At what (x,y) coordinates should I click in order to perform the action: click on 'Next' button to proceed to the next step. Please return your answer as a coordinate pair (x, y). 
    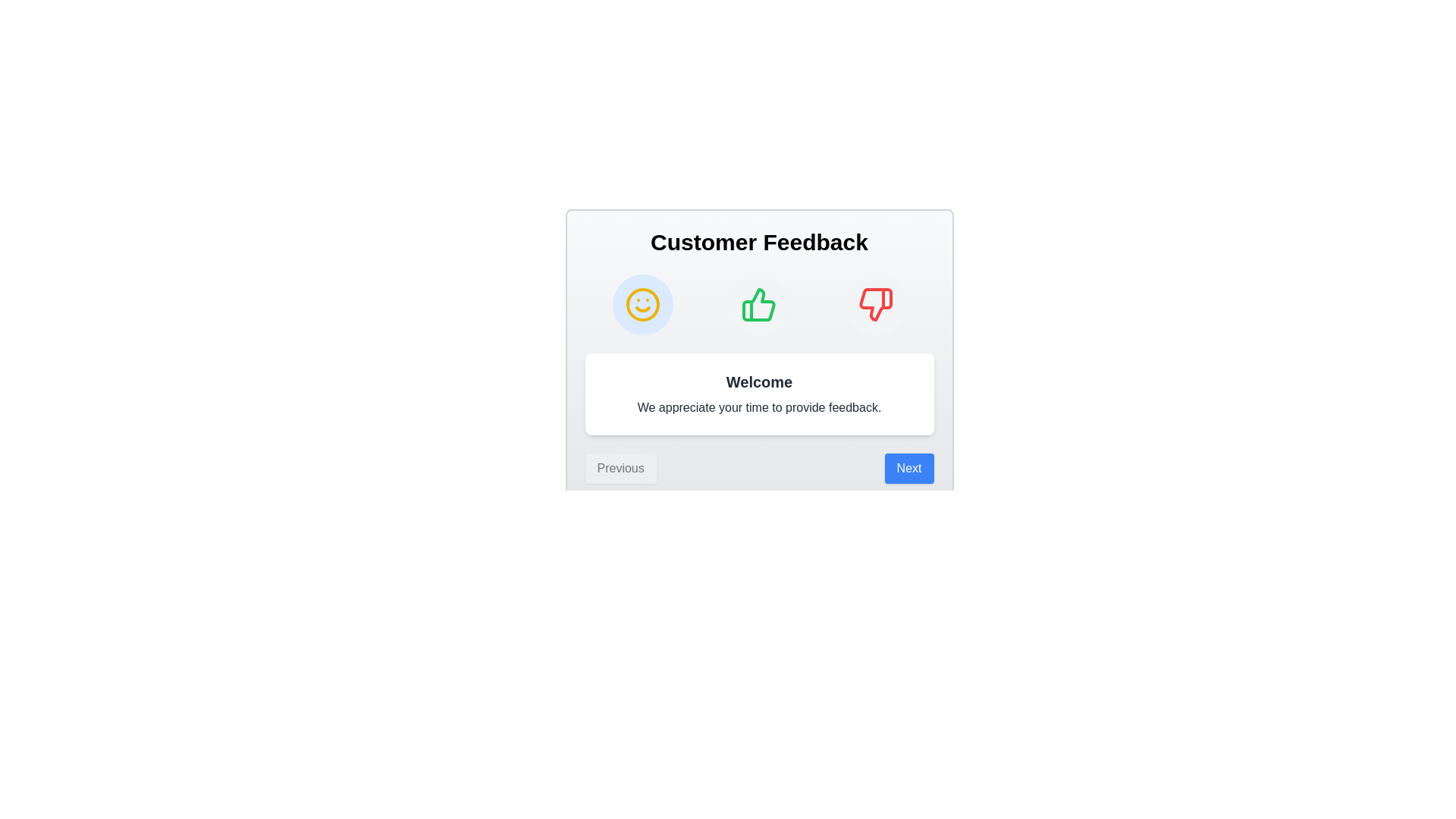
    Looking at the image, I should click on (909, 467).